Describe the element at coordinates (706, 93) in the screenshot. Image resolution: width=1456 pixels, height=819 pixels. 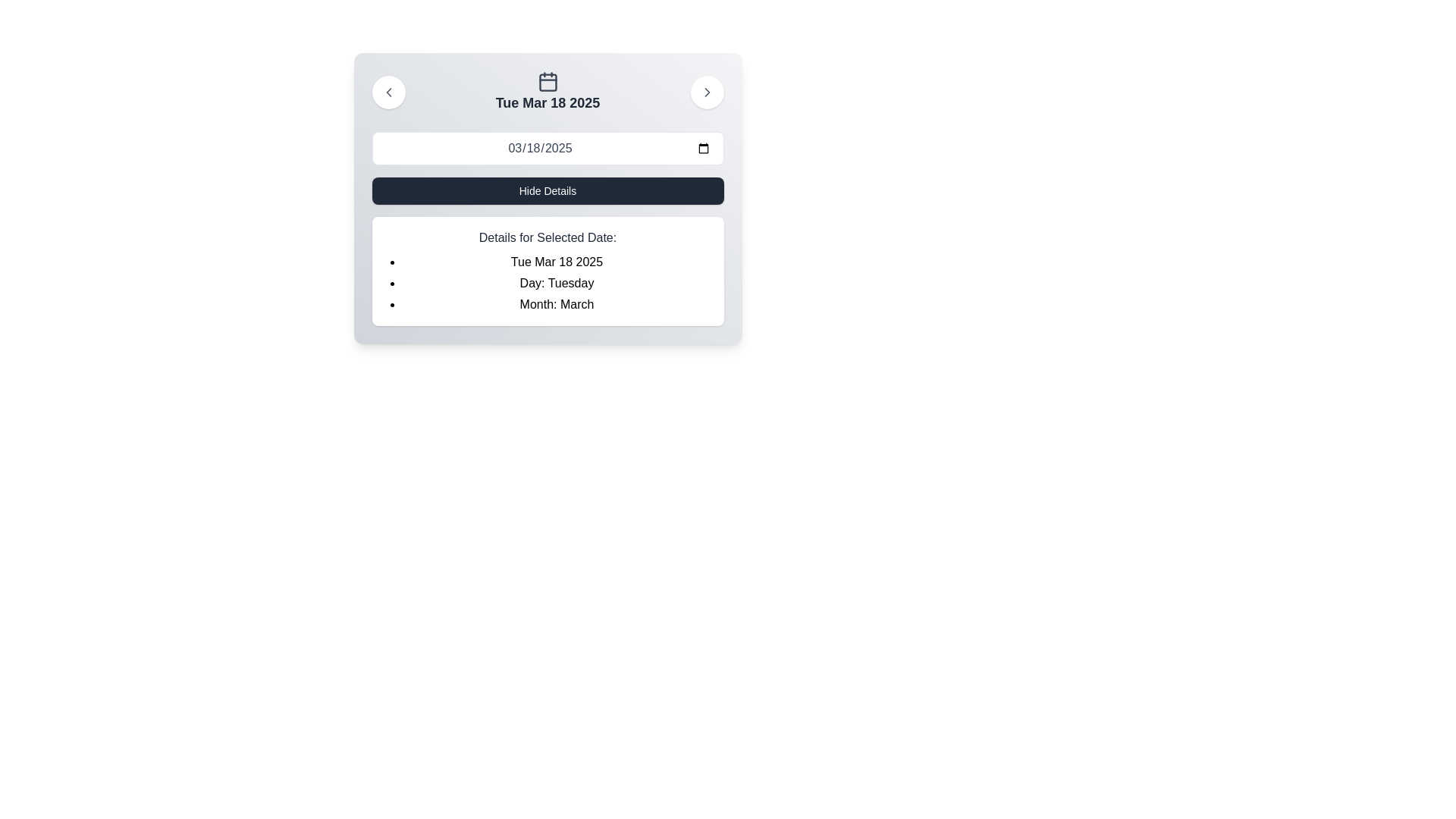
I see `the arrow icon located in the upper-right part of the interface to invoke navigation` at that location.